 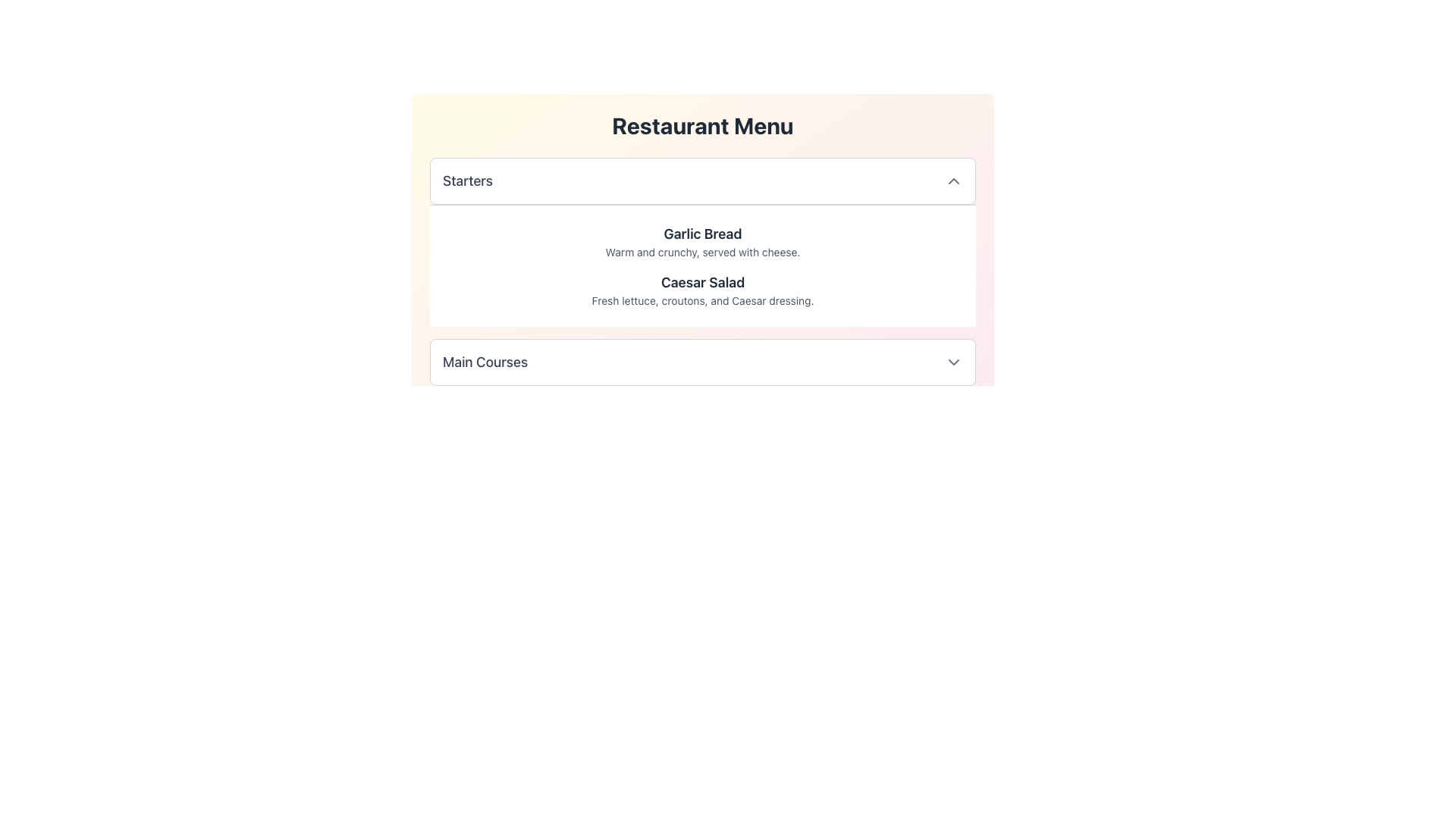 I want to click on the text label that reads 'Fresh lettuce, croutons, and Caesar dressing.' which is styled in a small gray font and located below the 'Caesar Salad' heading, so click(x=701, y=301).